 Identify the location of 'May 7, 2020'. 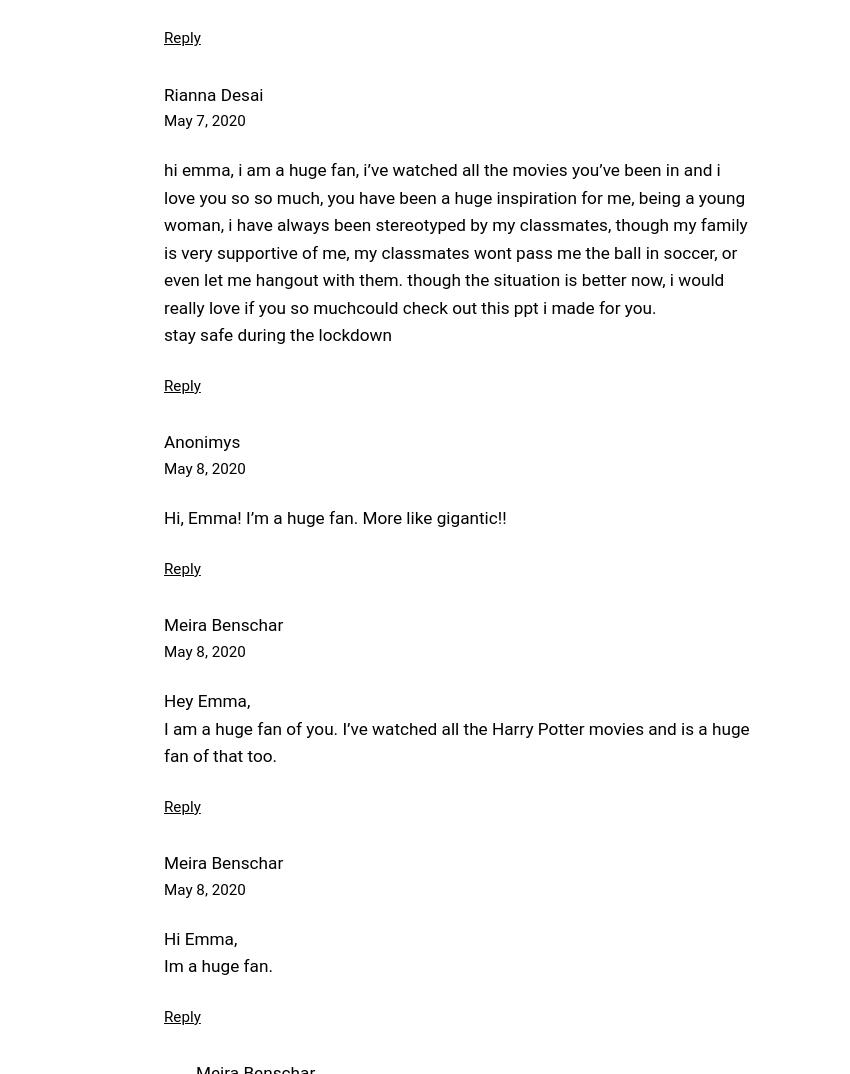
(203, 120).